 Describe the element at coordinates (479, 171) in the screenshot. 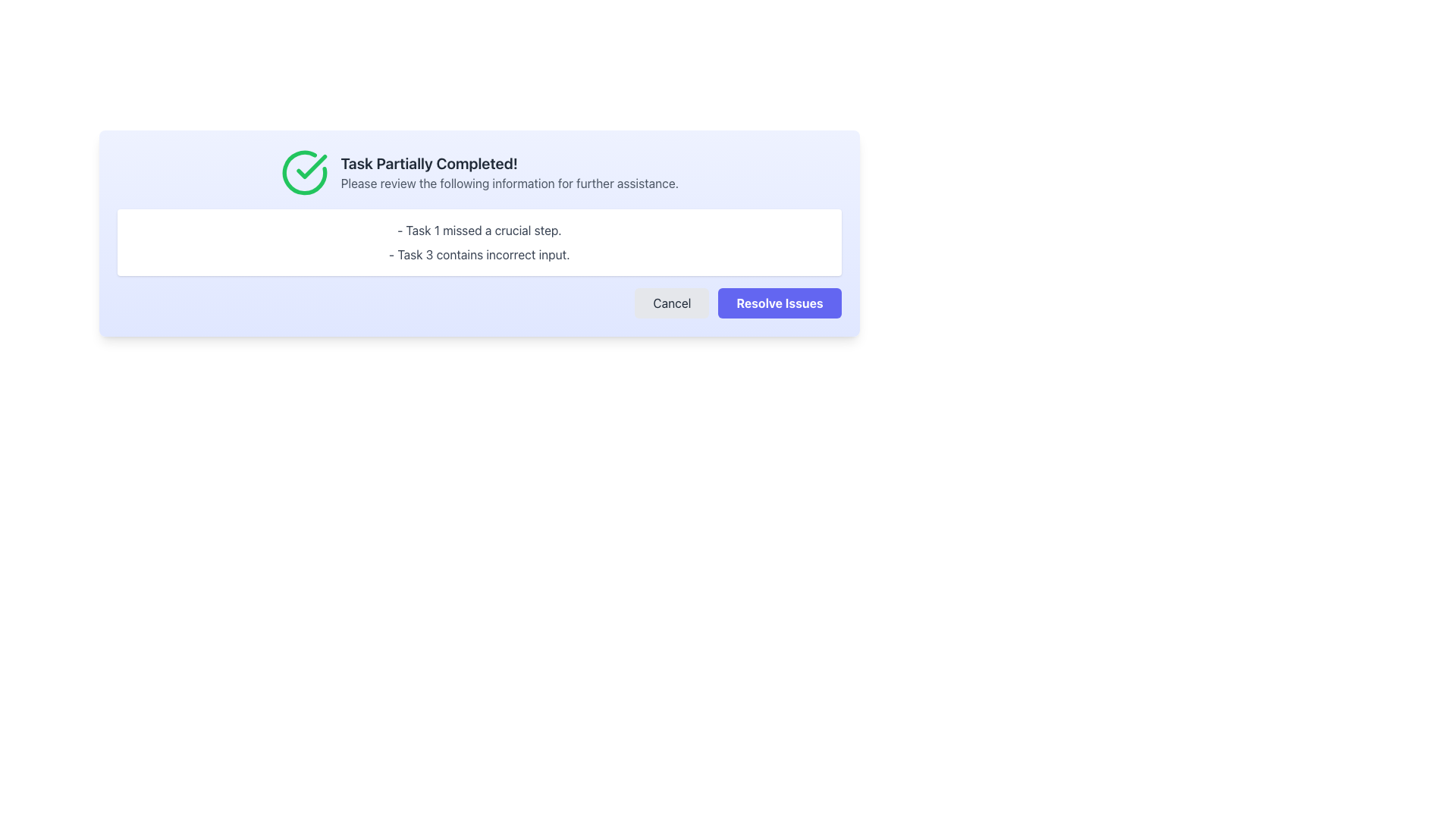

I see `the Informational Message located at the top of the light blue card which indicates the partial completion of tasks` at that location.